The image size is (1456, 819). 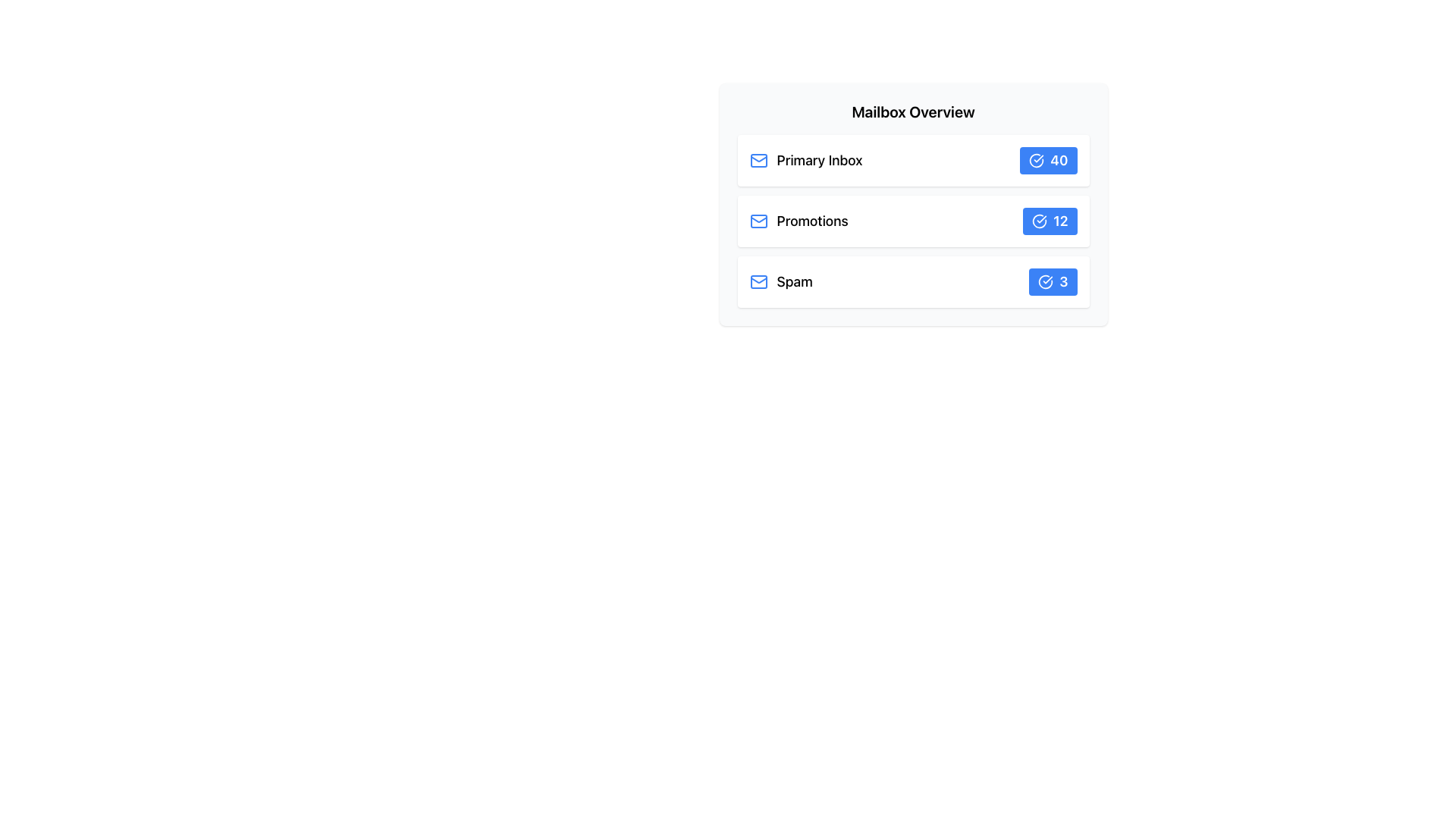 What do you see at coordinates (818, 161) in the screenshot?
I see `label for the primary inbox category located under the 'Mailbox Overview' heading, which follows a blue envelope icon in the email management interface` at bounding box center [818, 161].